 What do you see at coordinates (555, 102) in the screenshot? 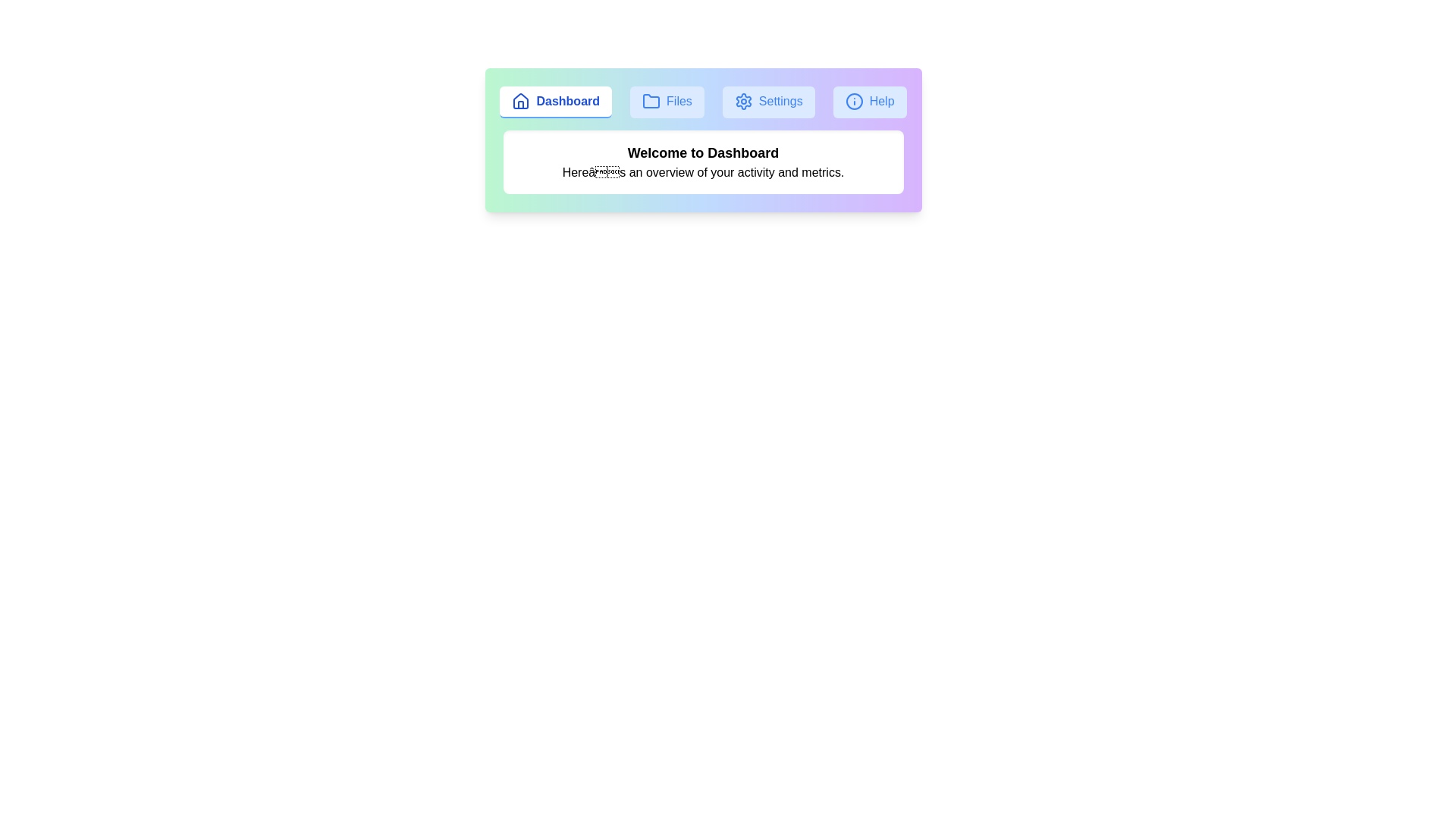
I see `the Dashboard tab` at bounding box center [555, 102].